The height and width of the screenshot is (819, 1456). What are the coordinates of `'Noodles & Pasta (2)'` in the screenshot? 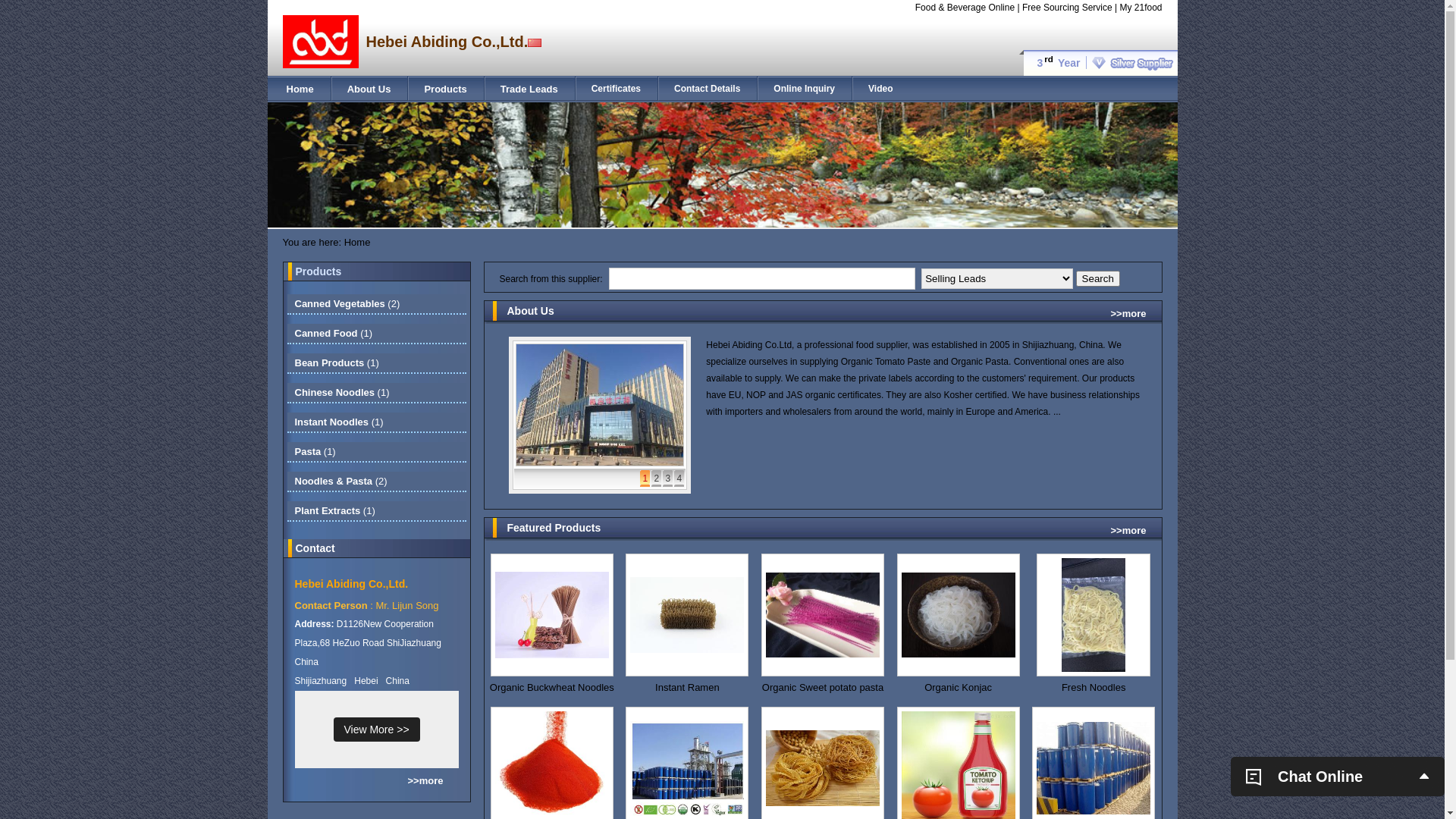 It's located at (340, 481).